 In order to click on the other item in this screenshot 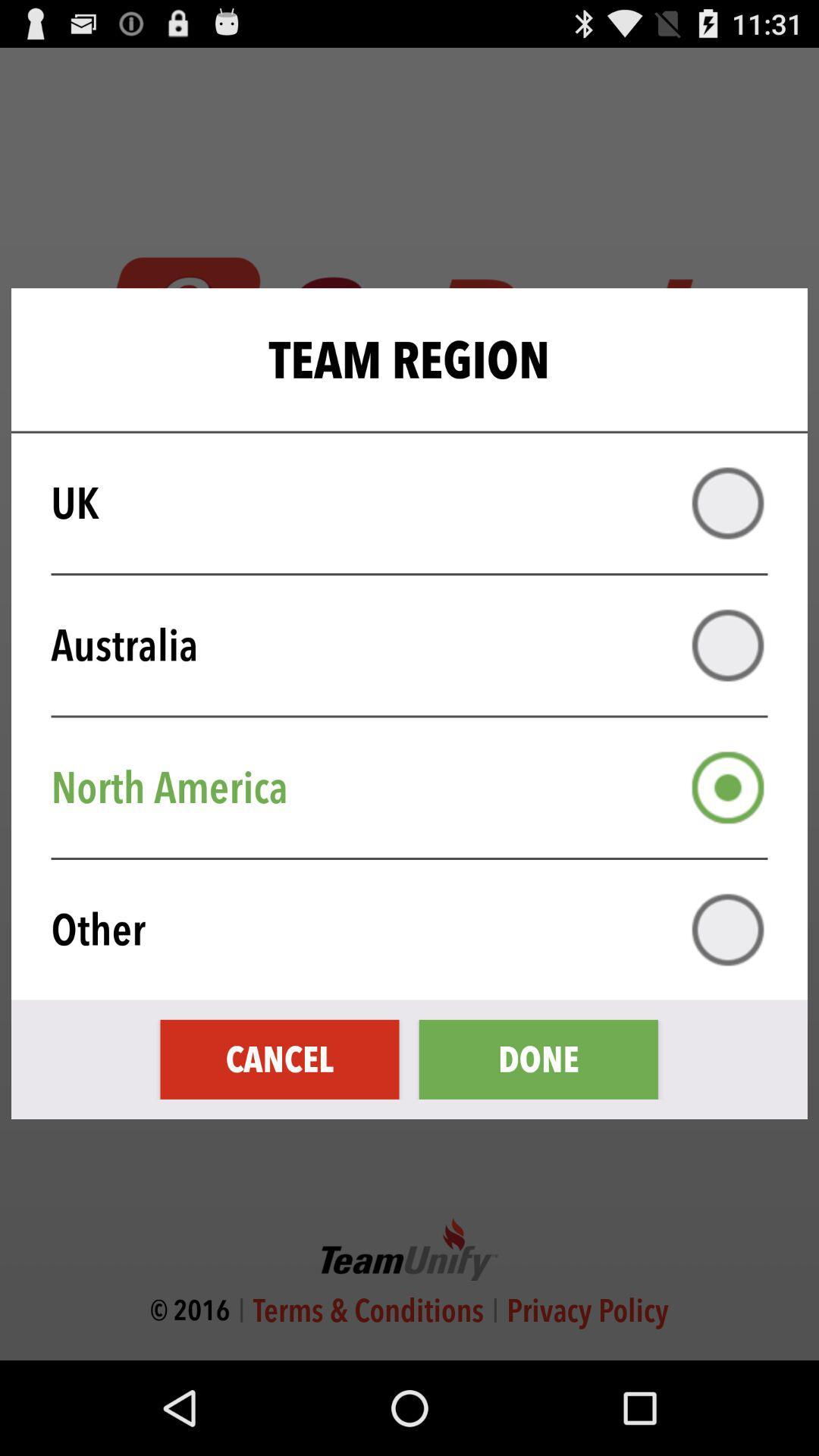, I will do `click(419, 929)`.